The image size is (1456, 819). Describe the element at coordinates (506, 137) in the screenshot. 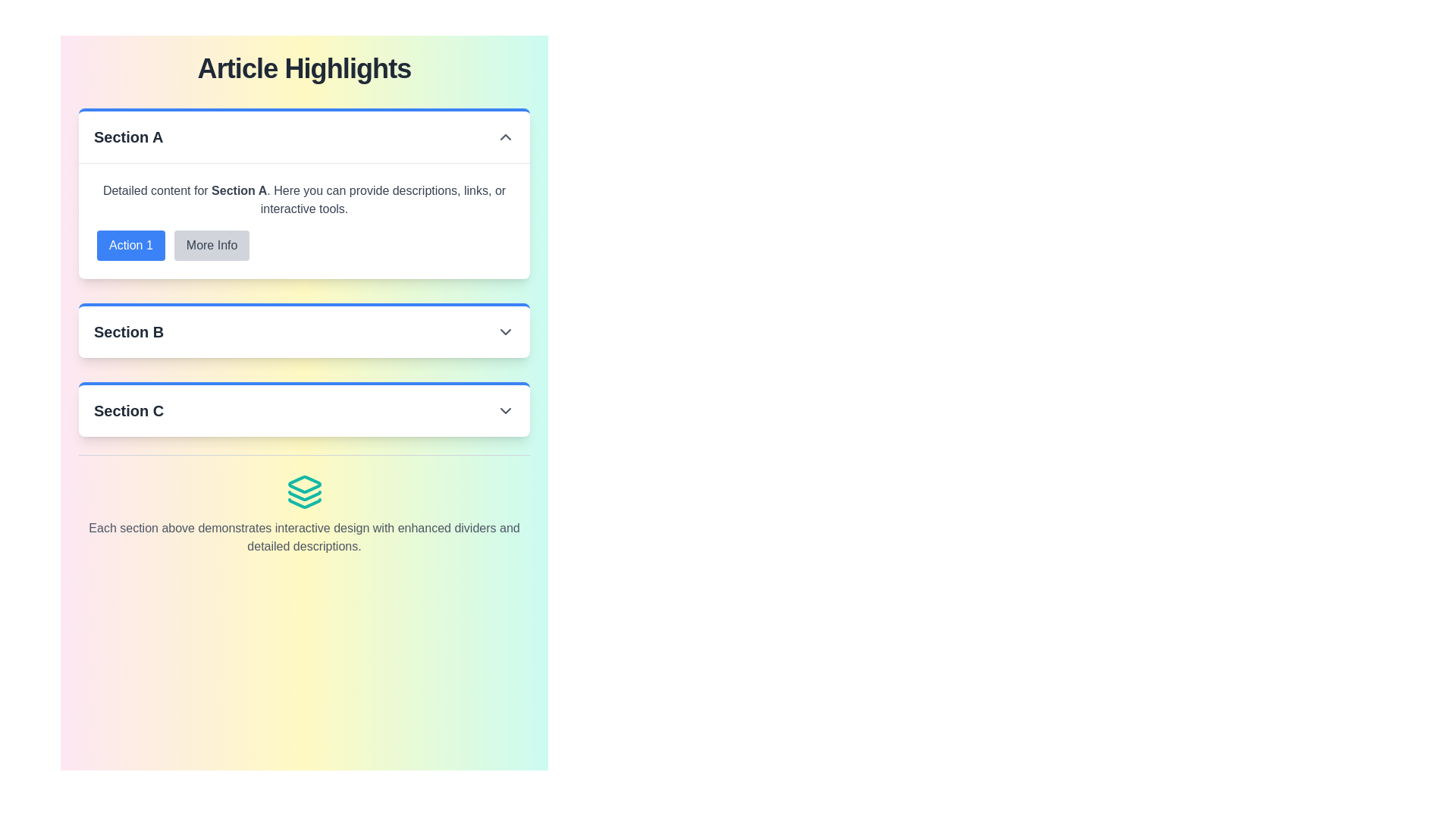

I see `the upward chevron icon located in the top-right corner of 'Section A', adjacent to the text label 'Section A'` at that location.